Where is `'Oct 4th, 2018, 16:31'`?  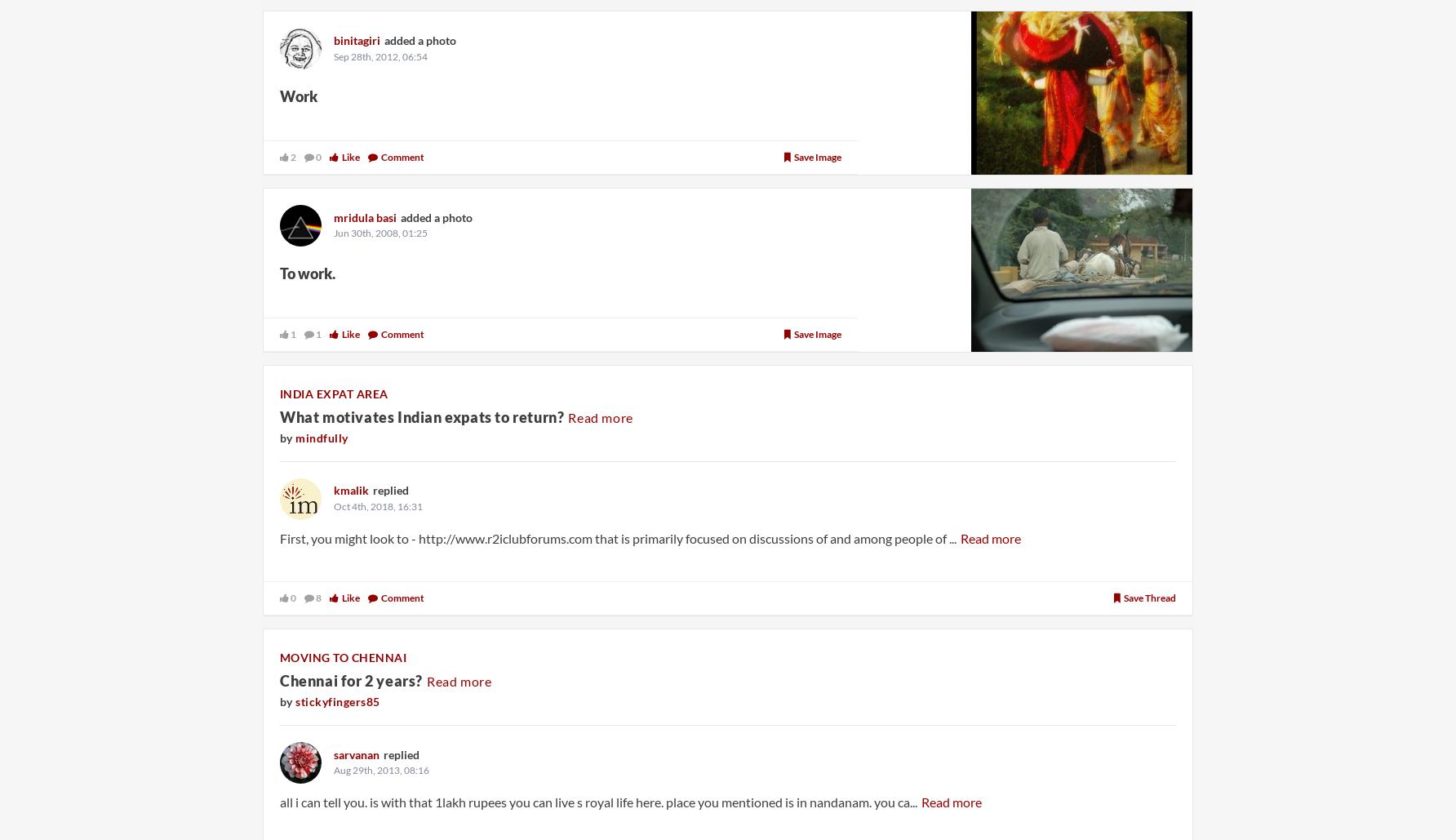 'Oct 4th, 2018, 16:31' is located at coordinates (378, 506).